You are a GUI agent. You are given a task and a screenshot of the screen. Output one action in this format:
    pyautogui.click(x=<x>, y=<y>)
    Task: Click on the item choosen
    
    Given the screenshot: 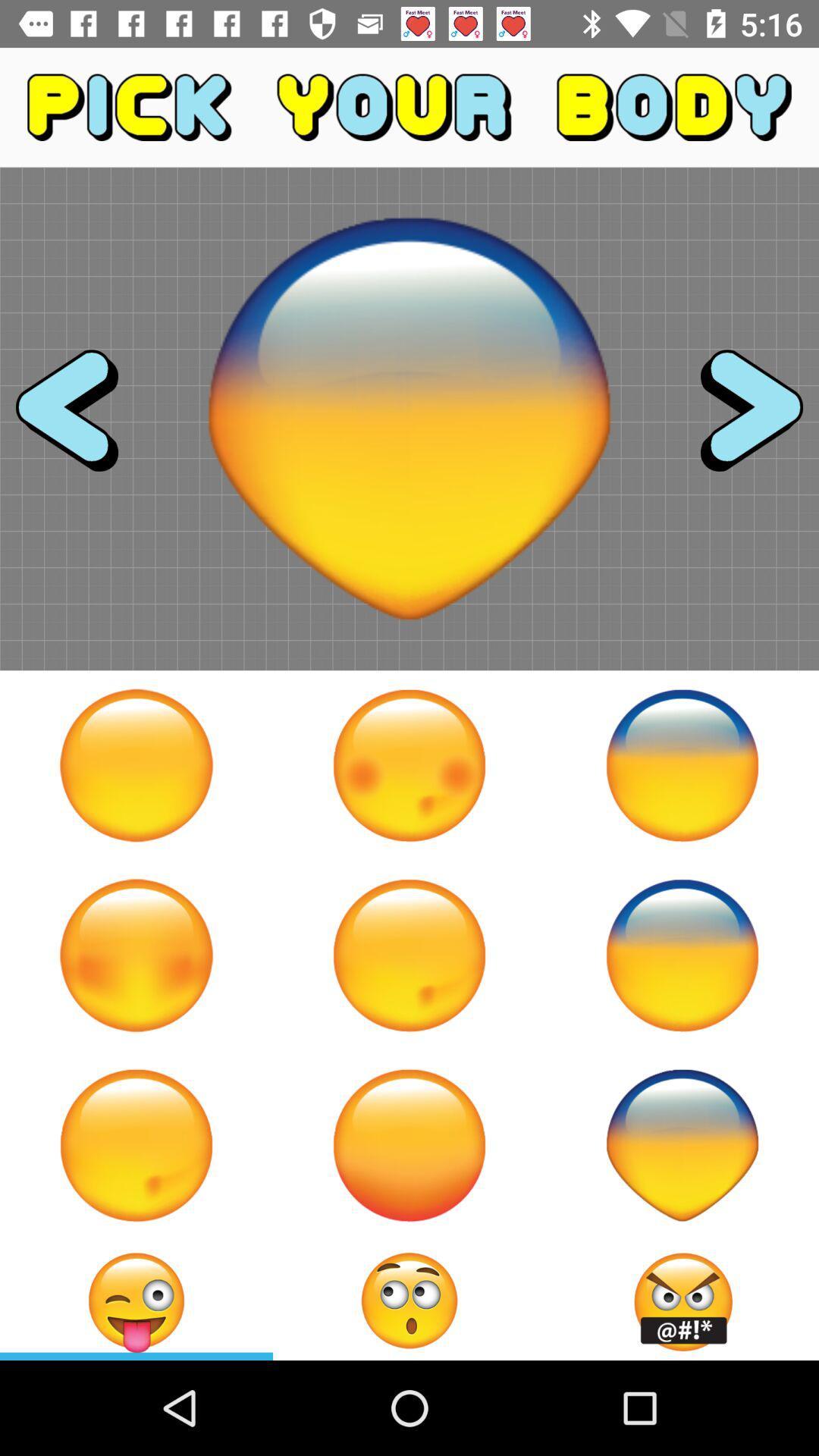 What is the action you would take?
    pyautogui.click(x=409, y=1300)
    